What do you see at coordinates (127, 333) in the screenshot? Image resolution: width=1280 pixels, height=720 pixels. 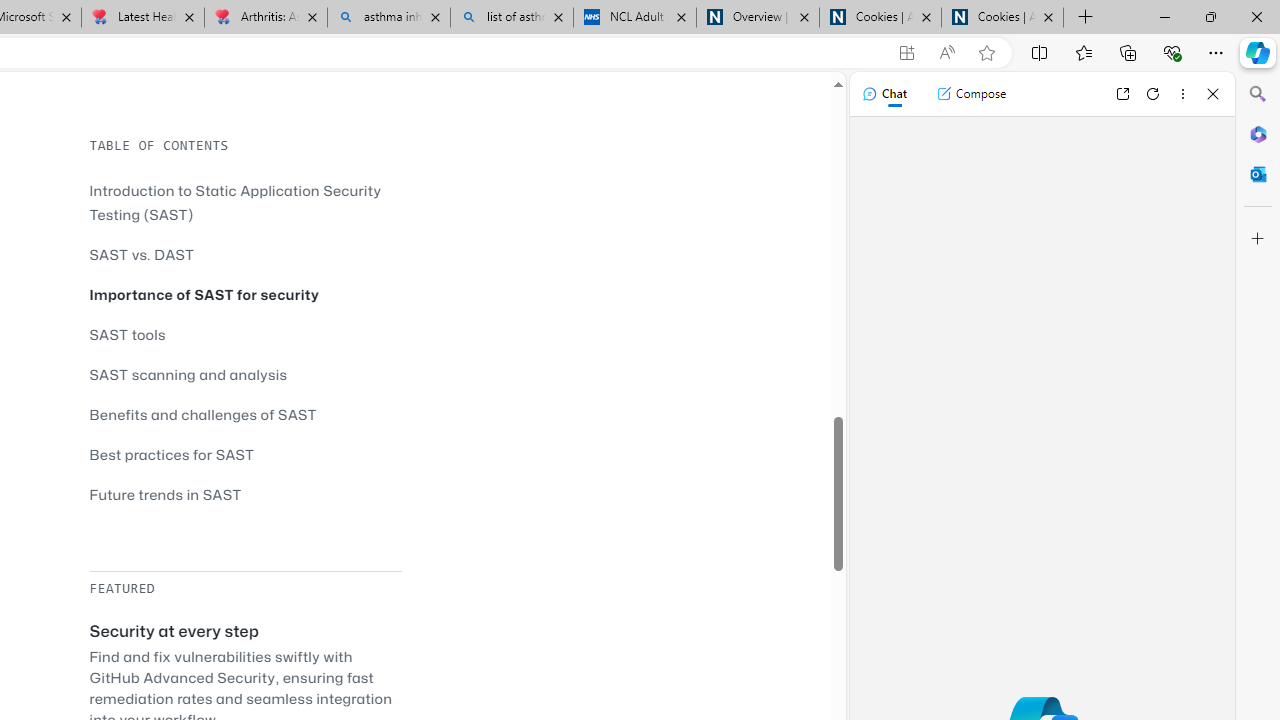 I see `'SAST tools'` at bounding box center [127, 333].